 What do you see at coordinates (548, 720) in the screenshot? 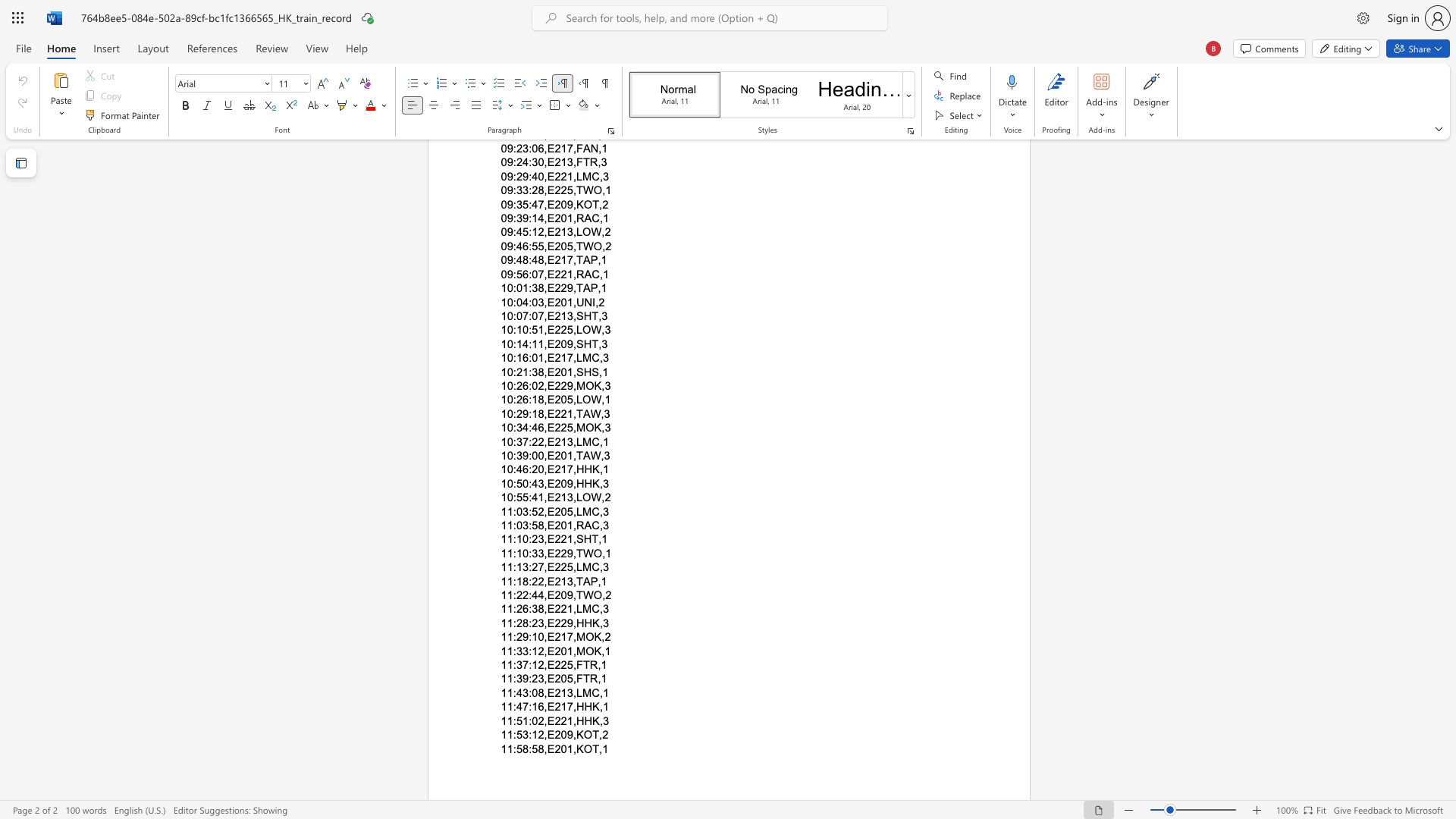
I see `the space between the continuous character "," and "E" in the text` at bounding box center [548, 720].